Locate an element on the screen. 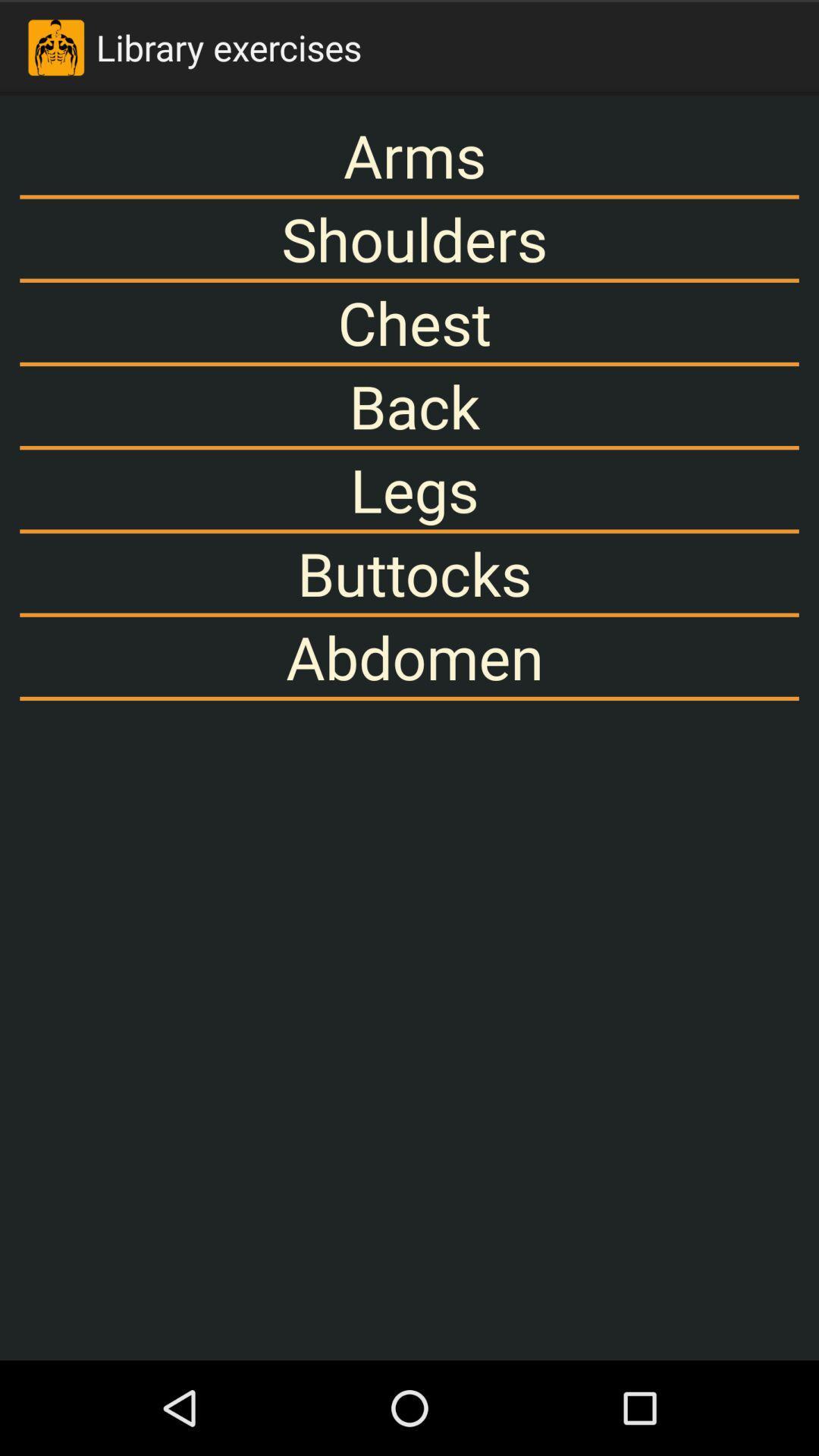  the abdomen icon is located at coordinates (409, 657).